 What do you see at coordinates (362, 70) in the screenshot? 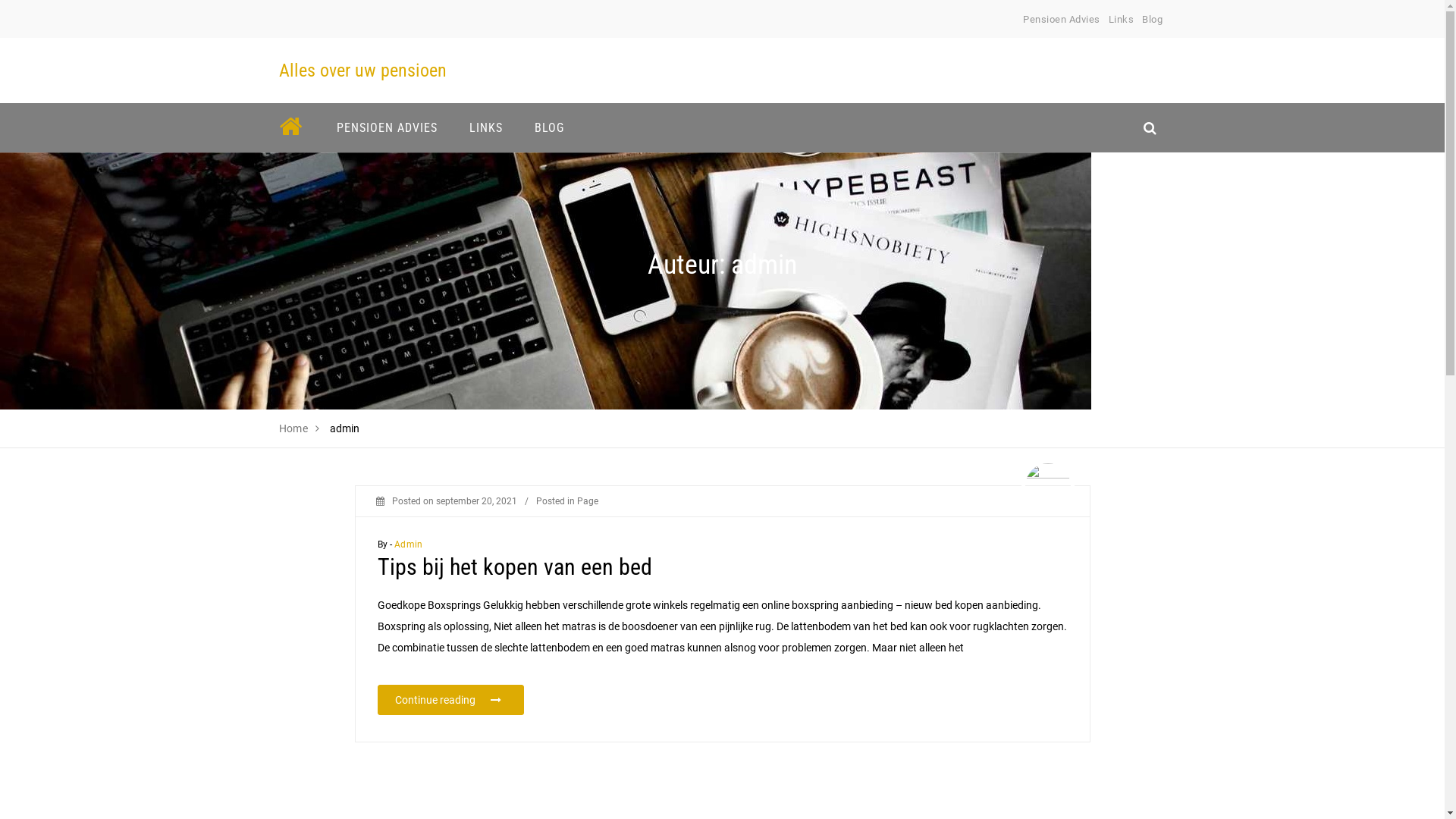
I see `'Alles over uw pensioen'` at bounding box center [362, 70].